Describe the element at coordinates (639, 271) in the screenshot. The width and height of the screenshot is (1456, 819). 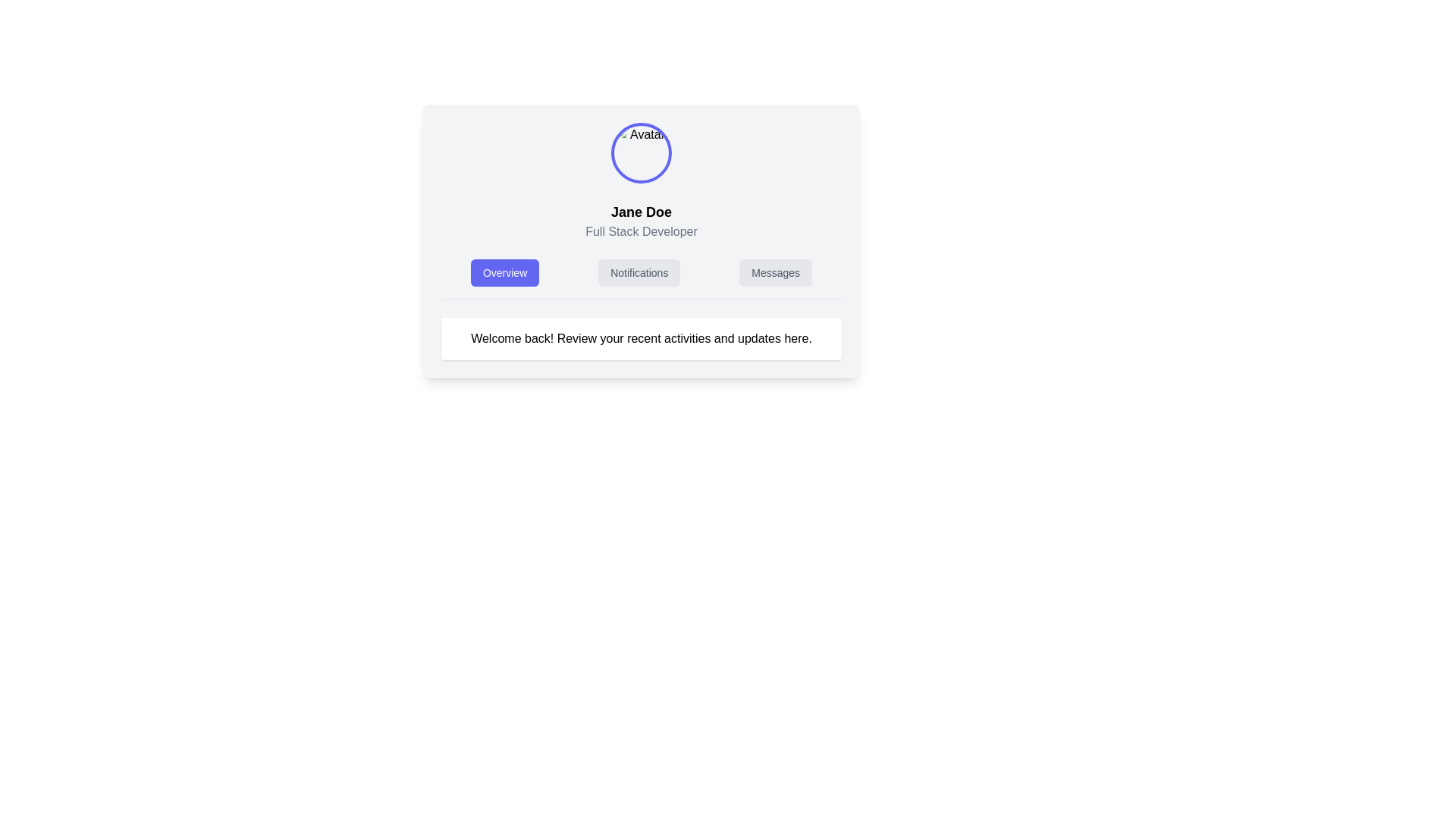
I see `the notifications navigation tab button, which is centrally located in the layout and positioned as the second item in a horizontal navigation bar` at that location.